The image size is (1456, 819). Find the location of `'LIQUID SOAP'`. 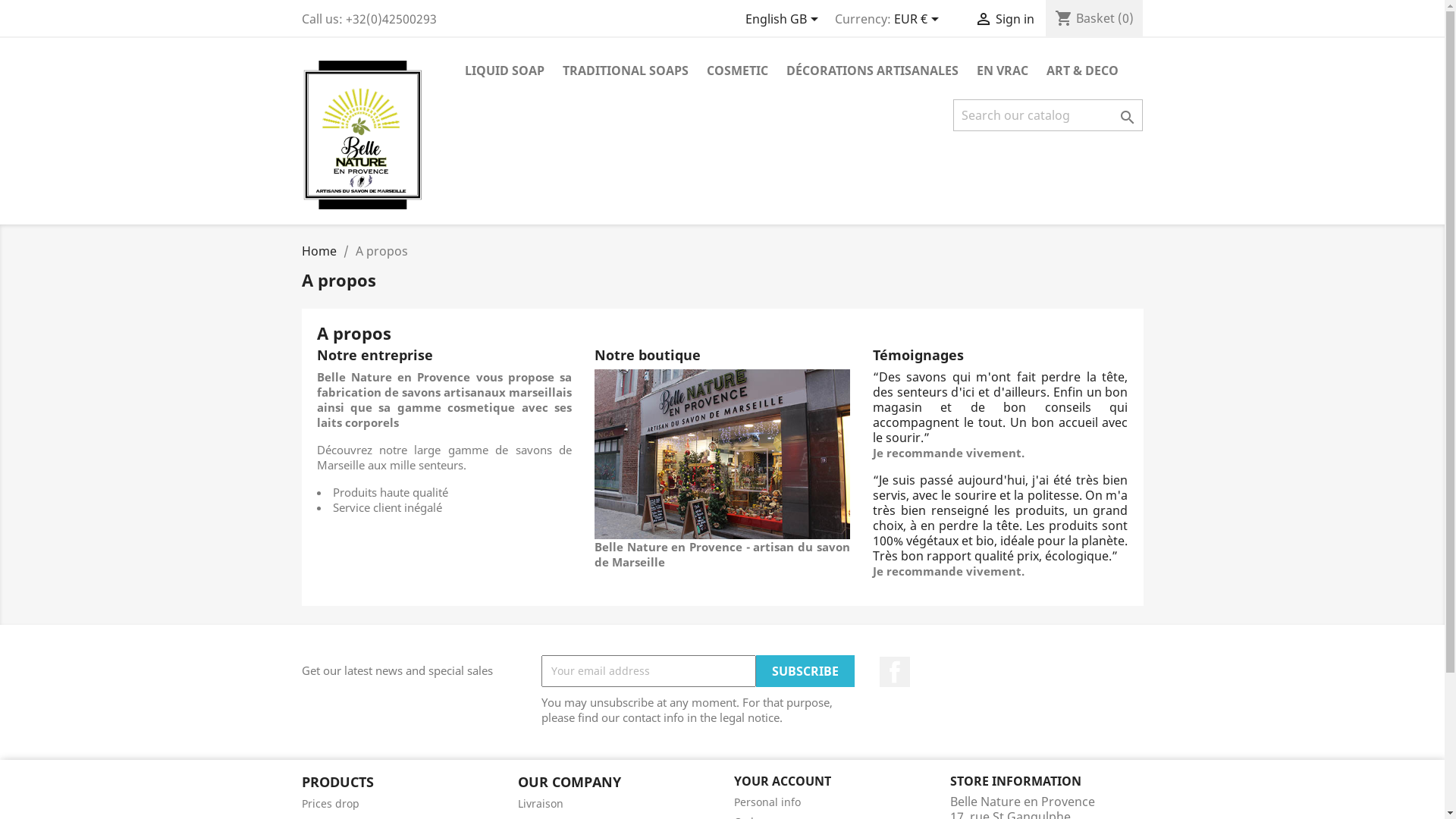

'LIQUID SOAP' is located at coordinates (504, 71).